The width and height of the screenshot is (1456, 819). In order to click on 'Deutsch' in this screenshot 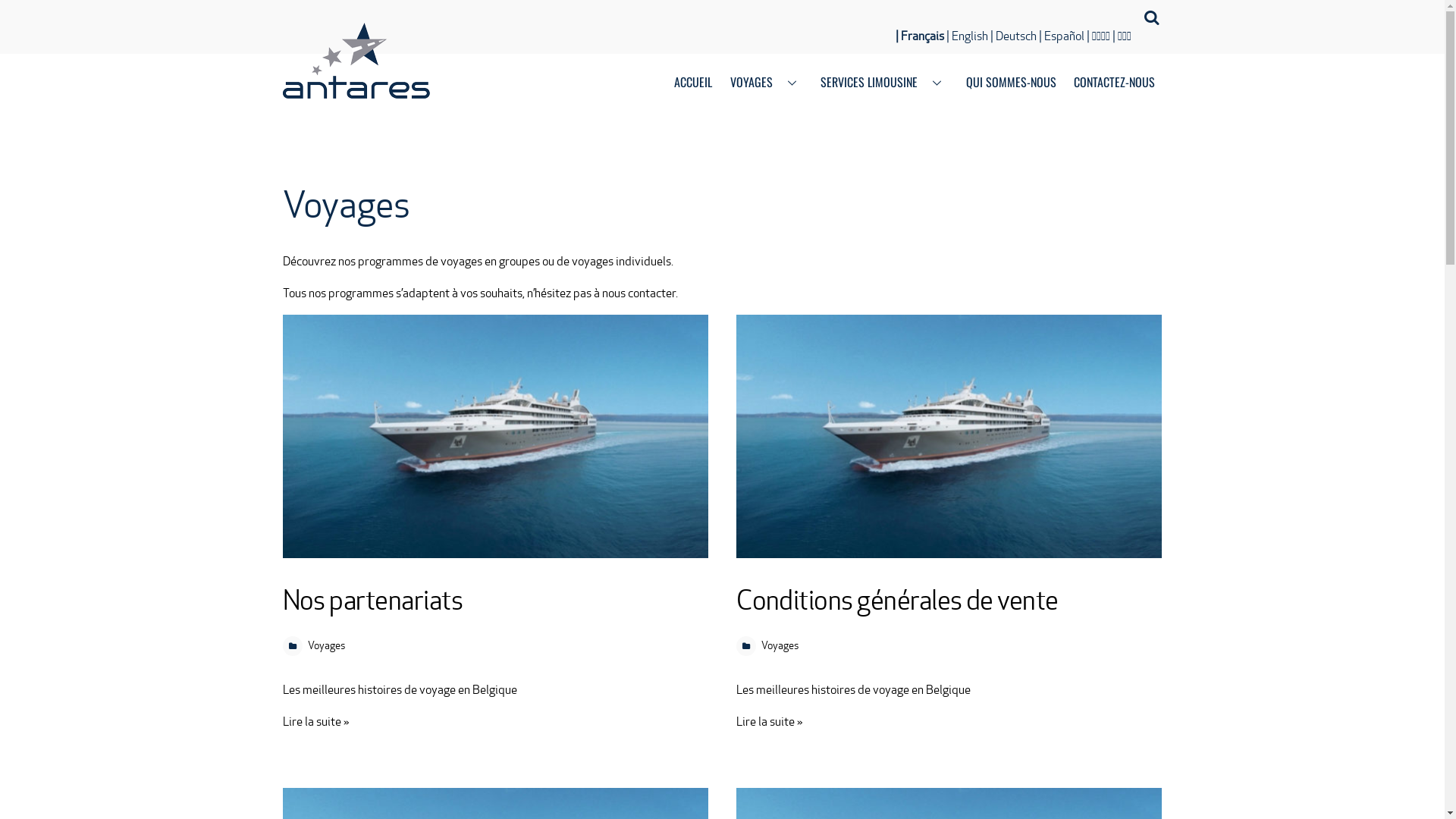, I will do `click(1013, 35)`.